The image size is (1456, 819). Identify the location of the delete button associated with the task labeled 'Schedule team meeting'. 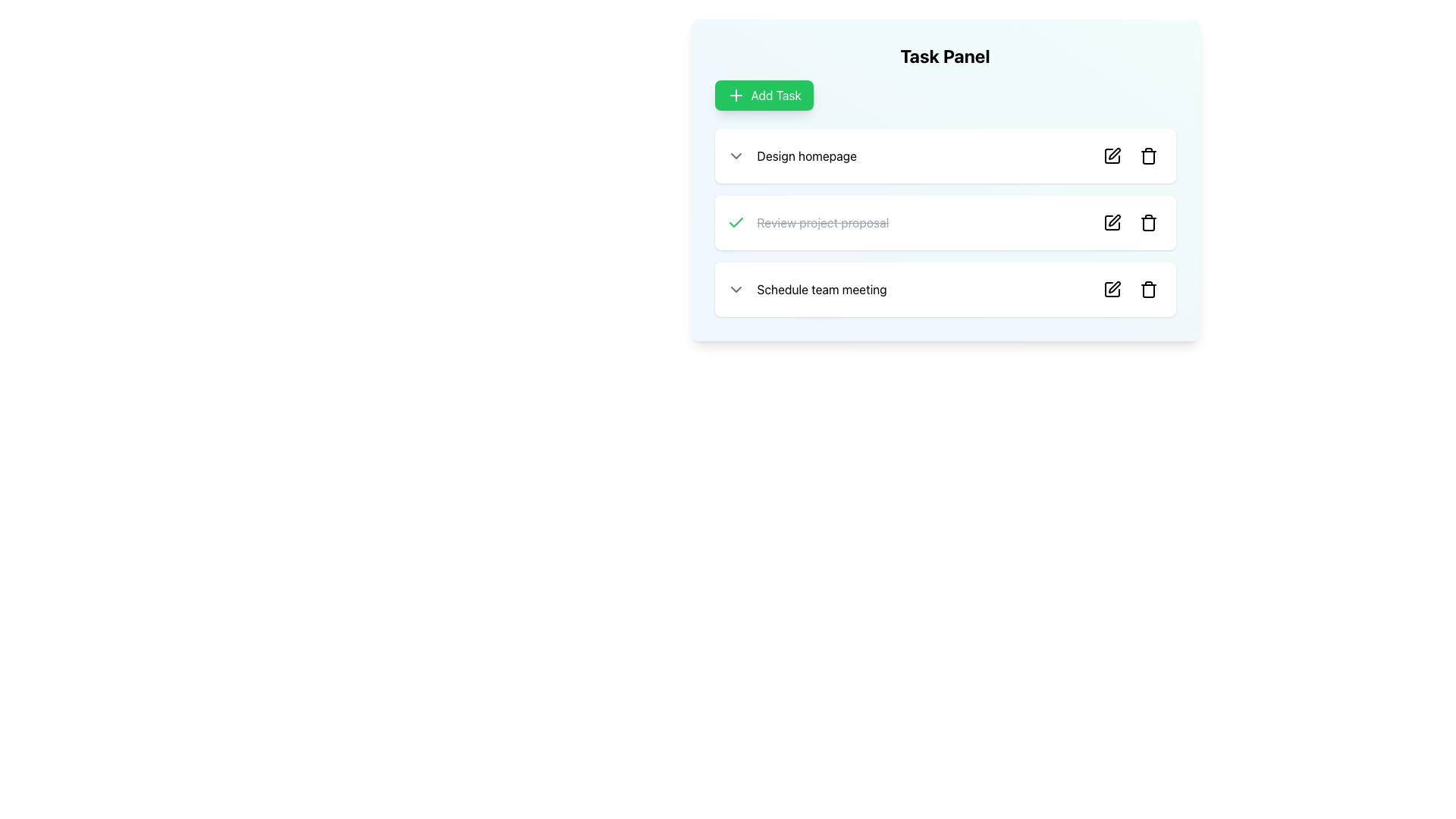
(1148, 289).